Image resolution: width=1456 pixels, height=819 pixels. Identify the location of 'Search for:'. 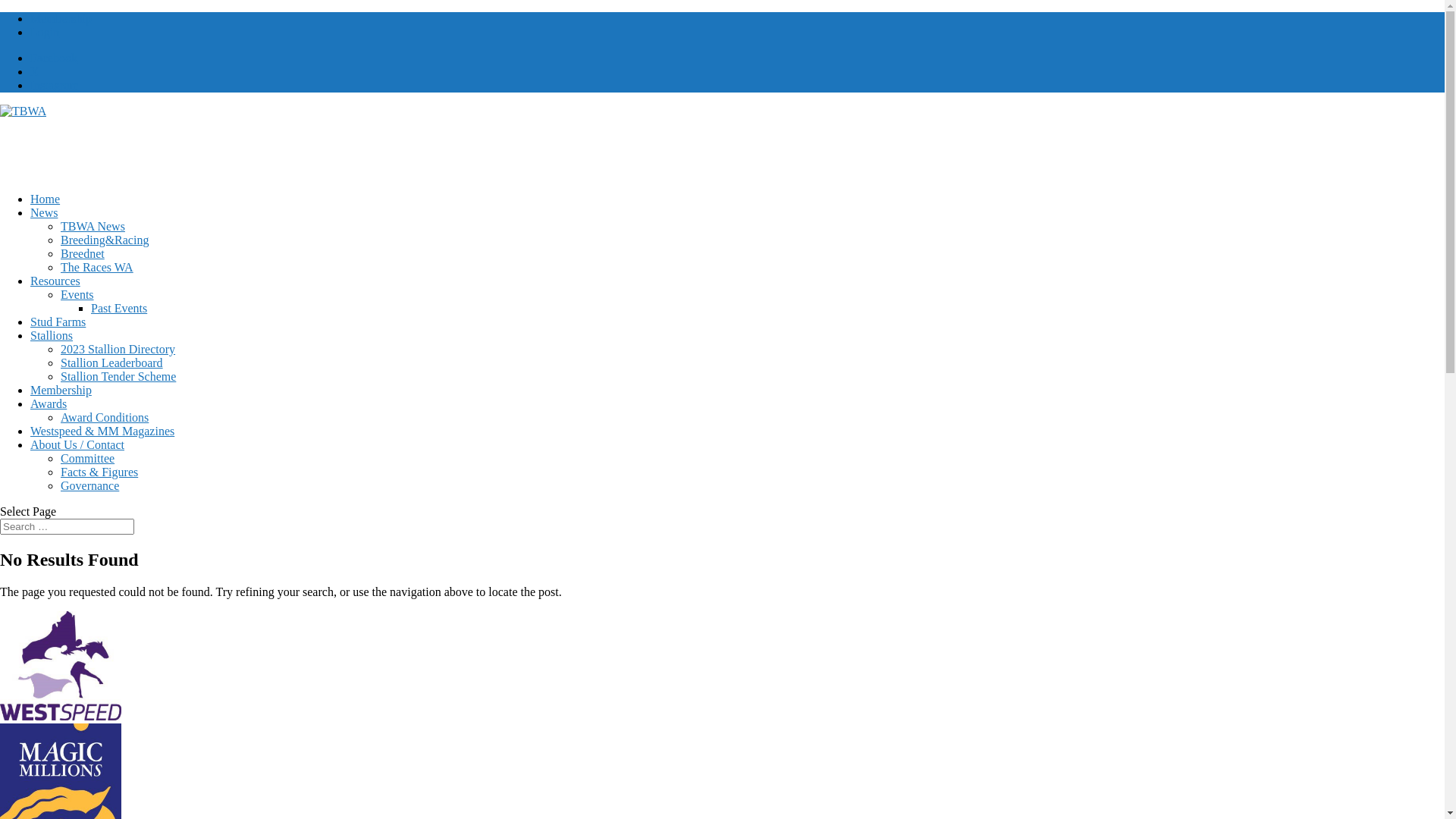
(66, 526).